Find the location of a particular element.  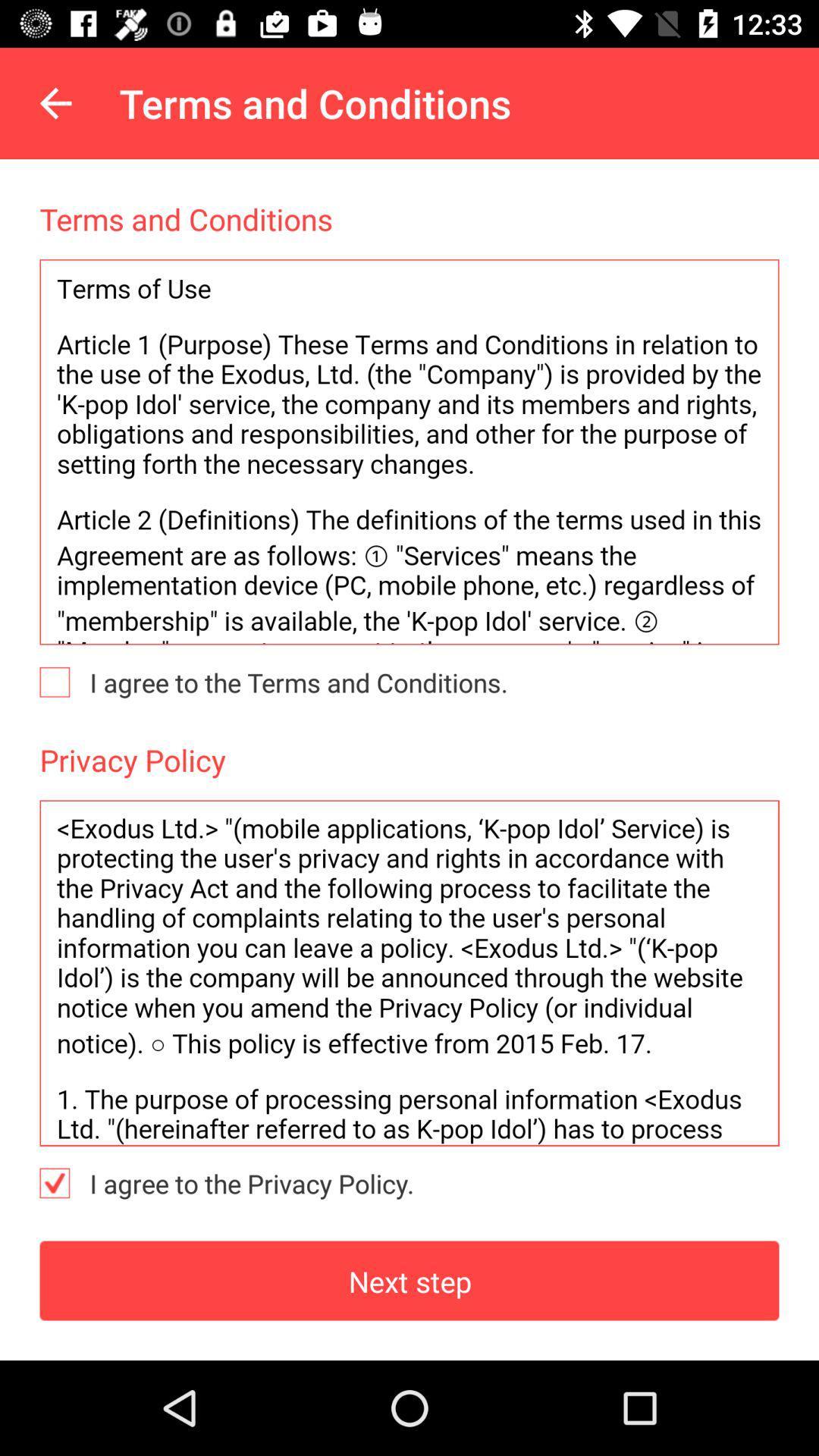

advertisement is located at coordinates (409, 973).